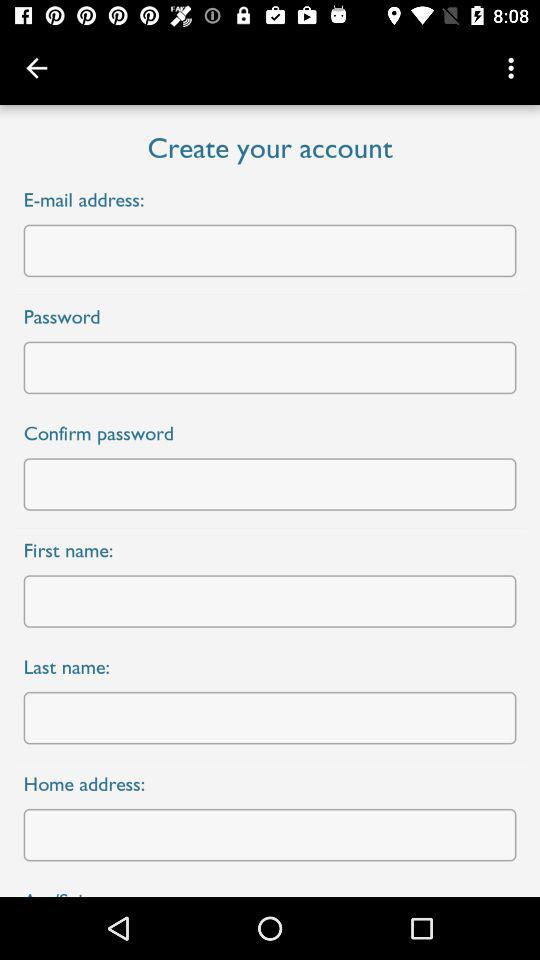 This screenshot has height=960, width=540. What do you see at coordinates (270, 250) in the screenshot?
I see `a text field which is below email address on the page` at bounding box center [270, 250].